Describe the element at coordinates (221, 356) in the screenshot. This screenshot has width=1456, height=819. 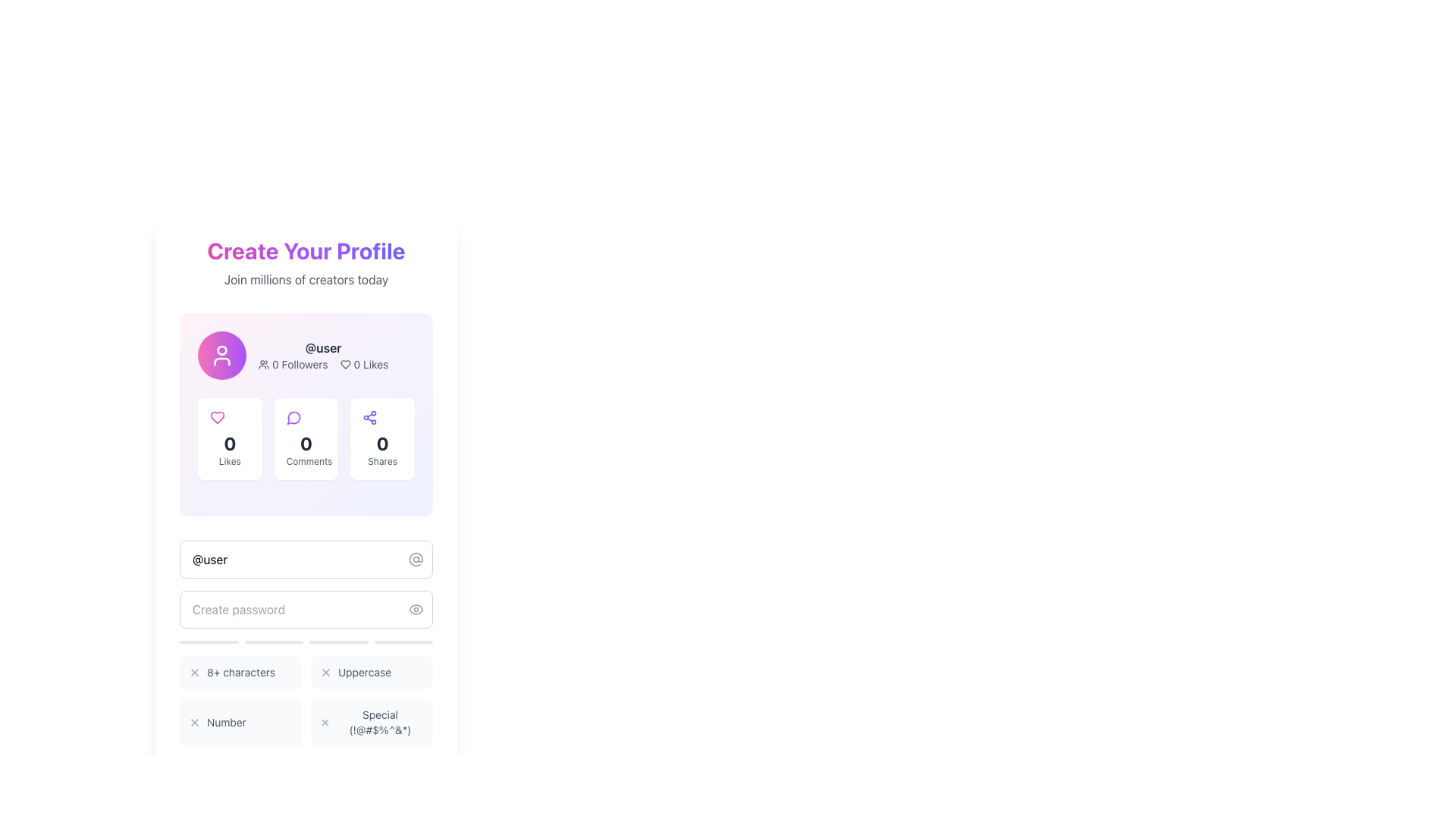
I see `the circular icon button featuring a gradient fill from pink to purple with a white user silhouette at its center, which indicates user-related functionality` at that location.